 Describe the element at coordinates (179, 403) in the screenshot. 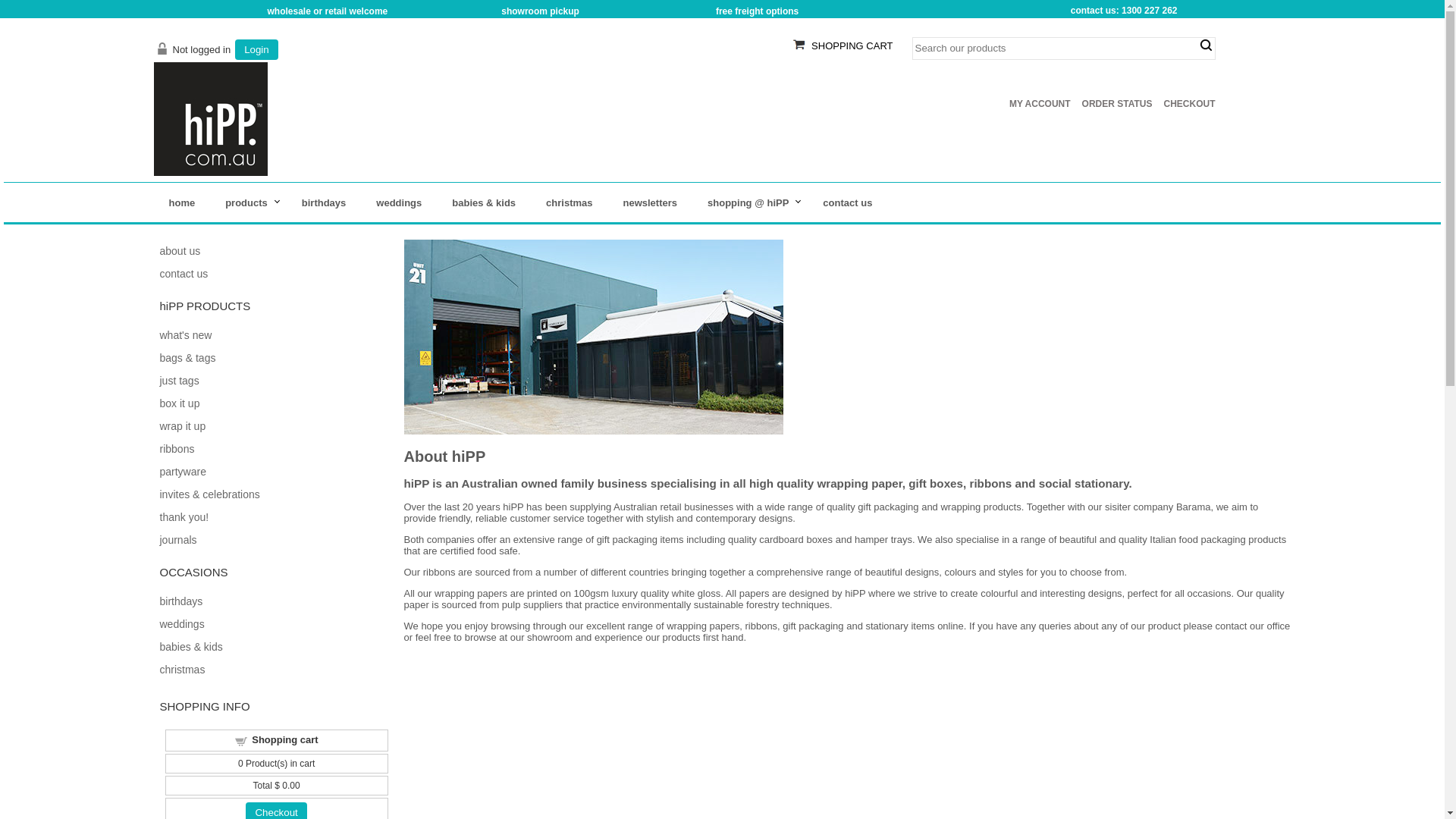

I see `'box it up'` at that location.